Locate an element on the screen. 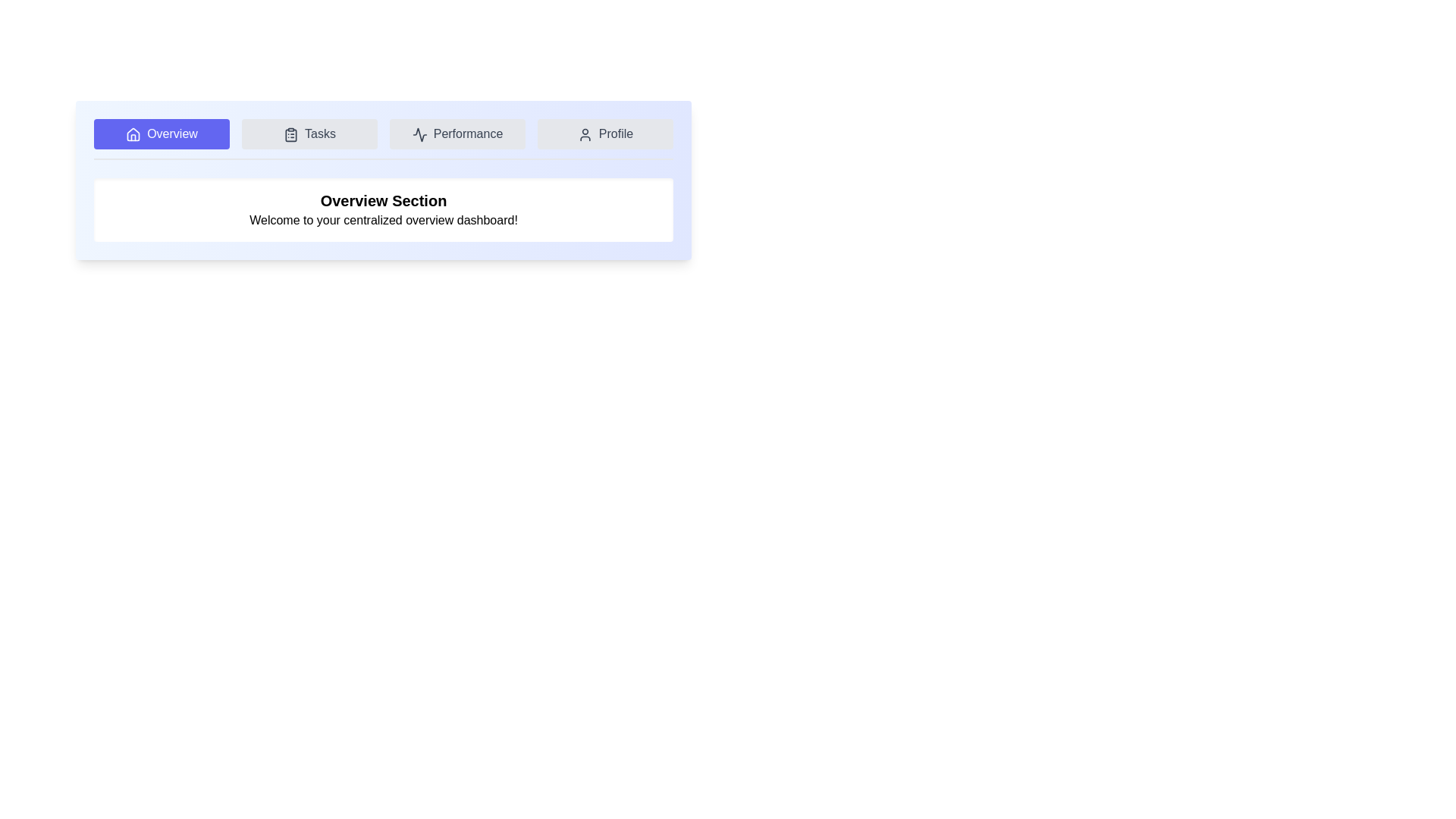 The image size is (1456, 819). the 'Overview' icon, which visually represents a house and is located in the top-left corner of the navigation bar, above the text 'Overview' is located at coordinates (133, 133).